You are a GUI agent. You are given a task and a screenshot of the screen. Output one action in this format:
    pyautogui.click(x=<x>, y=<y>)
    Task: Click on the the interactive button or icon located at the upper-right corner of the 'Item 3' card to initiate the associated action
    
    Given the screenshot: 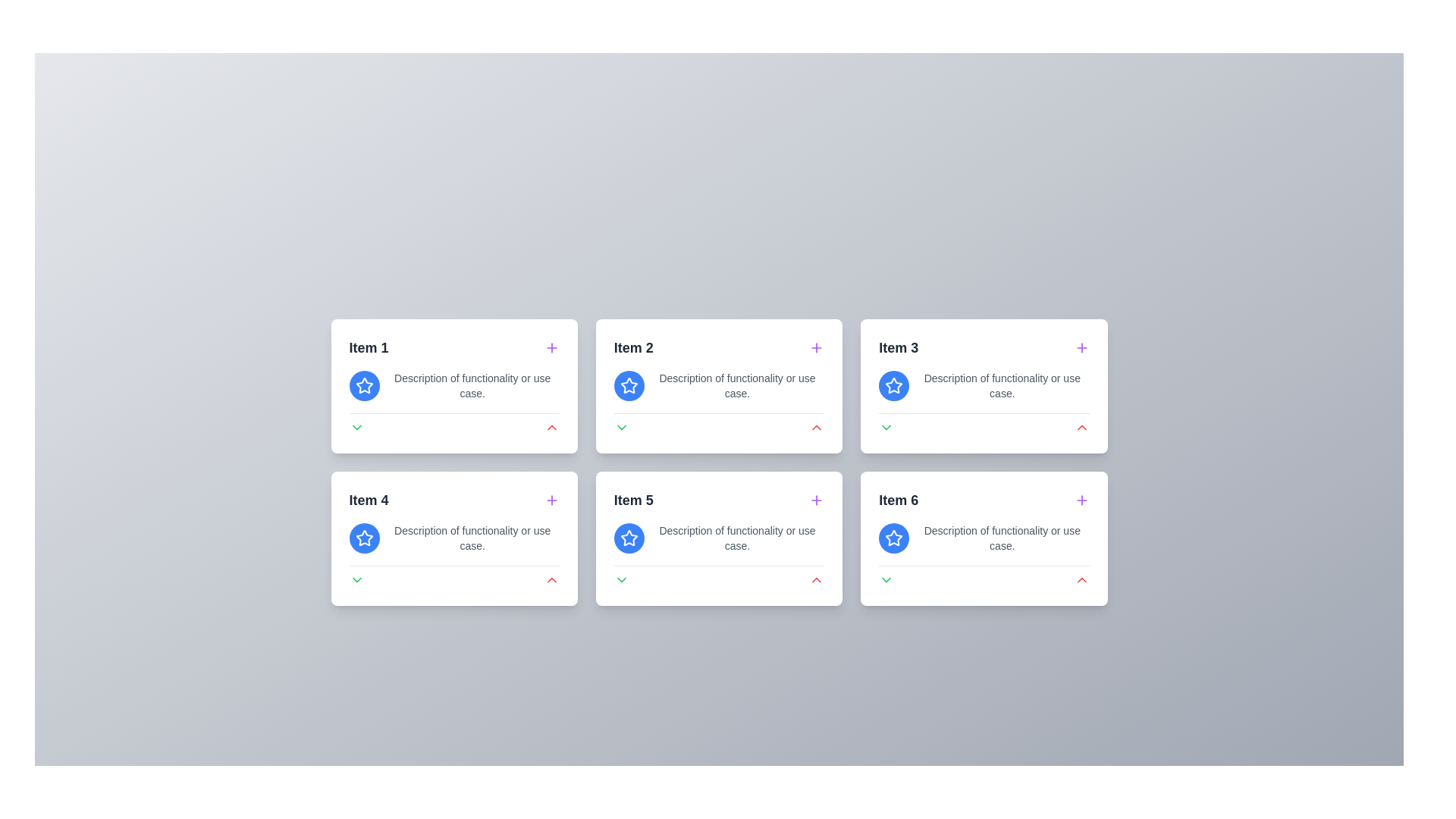 What is the action you would take?
    pyautogui.click(x=1081, y=348)
    